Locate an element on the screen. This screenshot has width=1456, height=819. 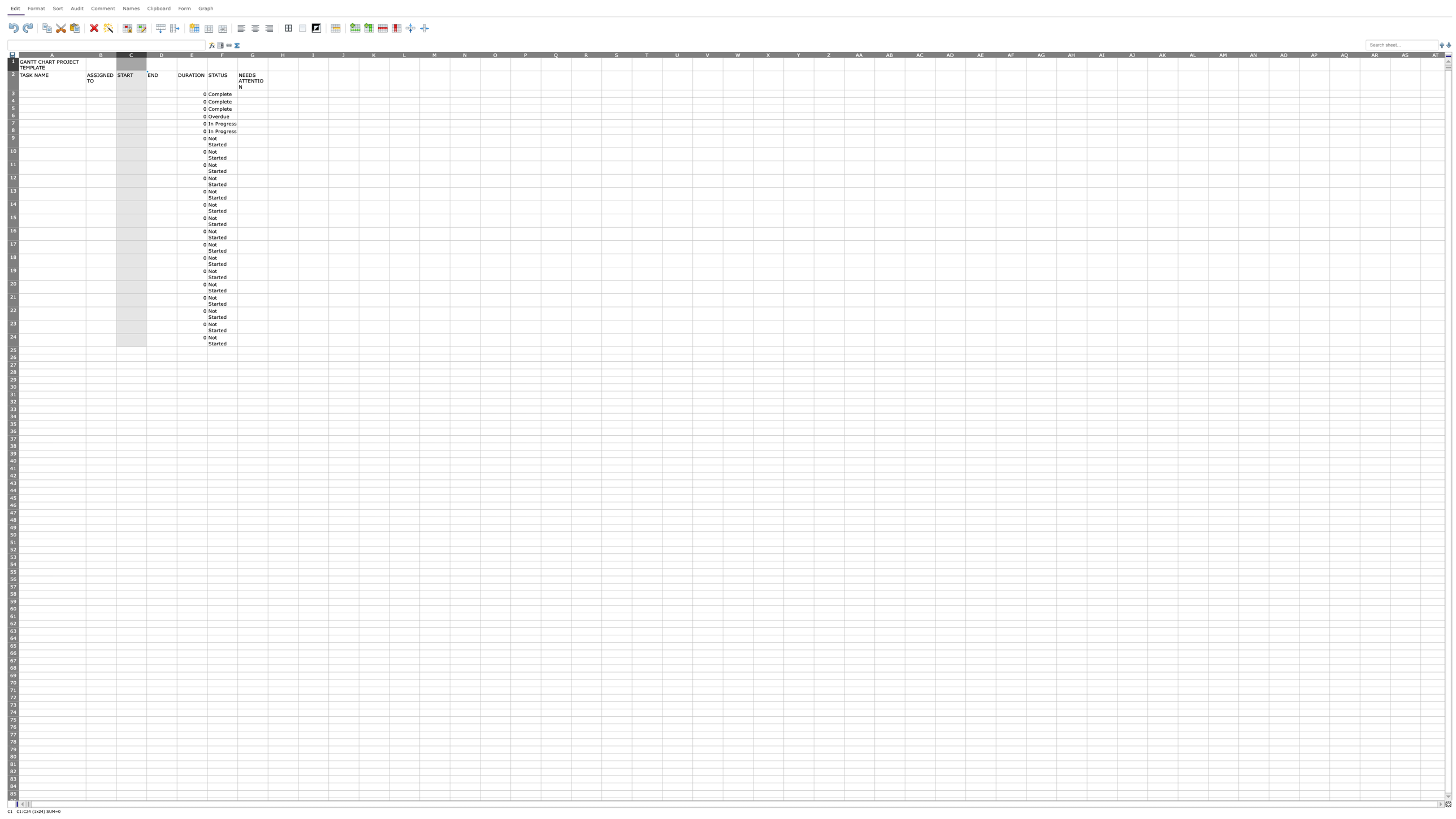
Position mouse at column D's width adjustment area is located at coordinates (176, 54).